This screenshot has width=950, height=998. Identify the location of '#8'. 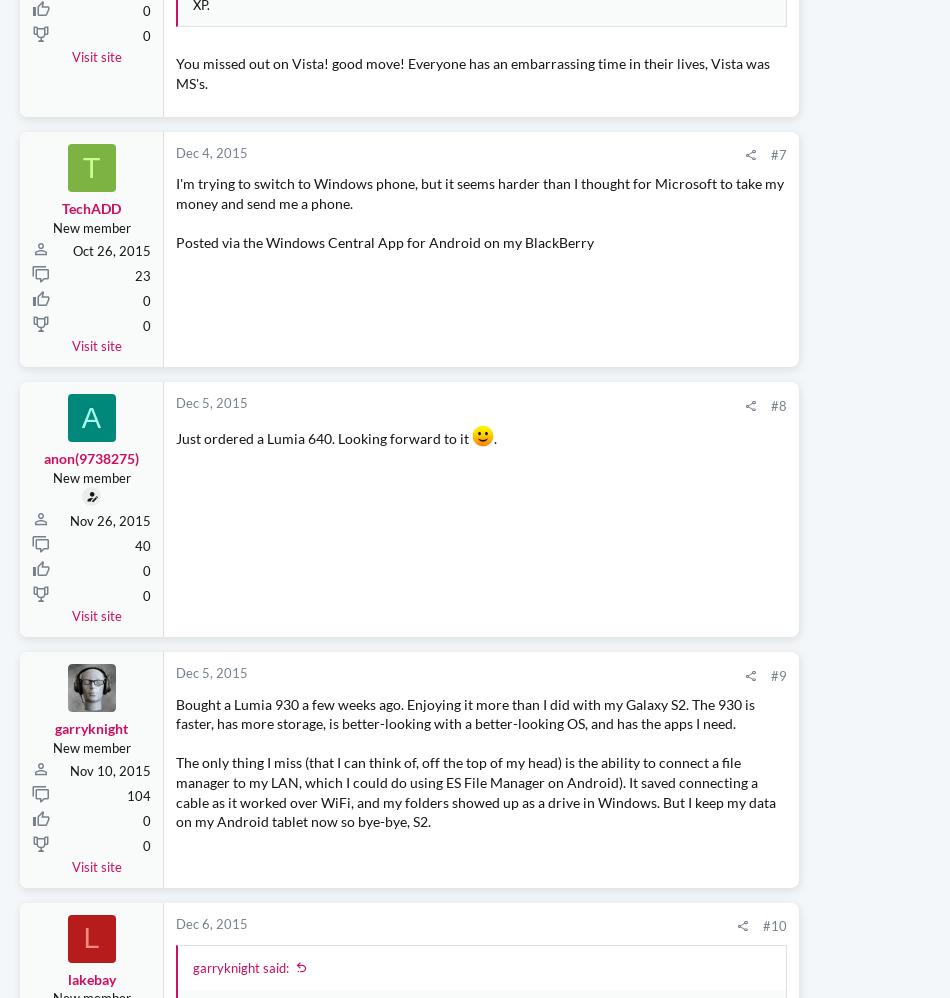
(590, 542).